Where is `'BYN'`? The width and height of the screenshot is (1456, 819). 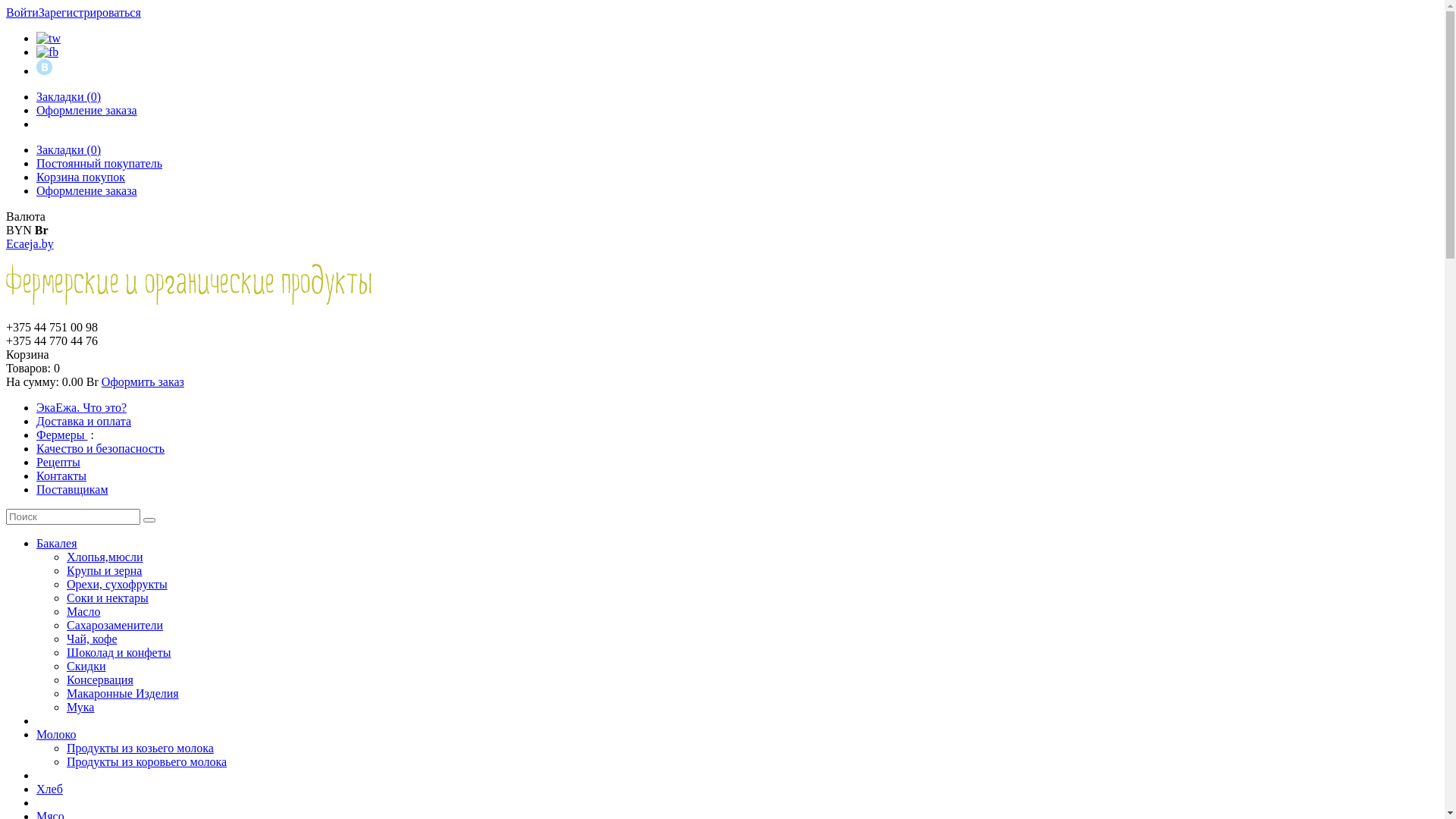 'BYN' is located at coordinates (6, 230).